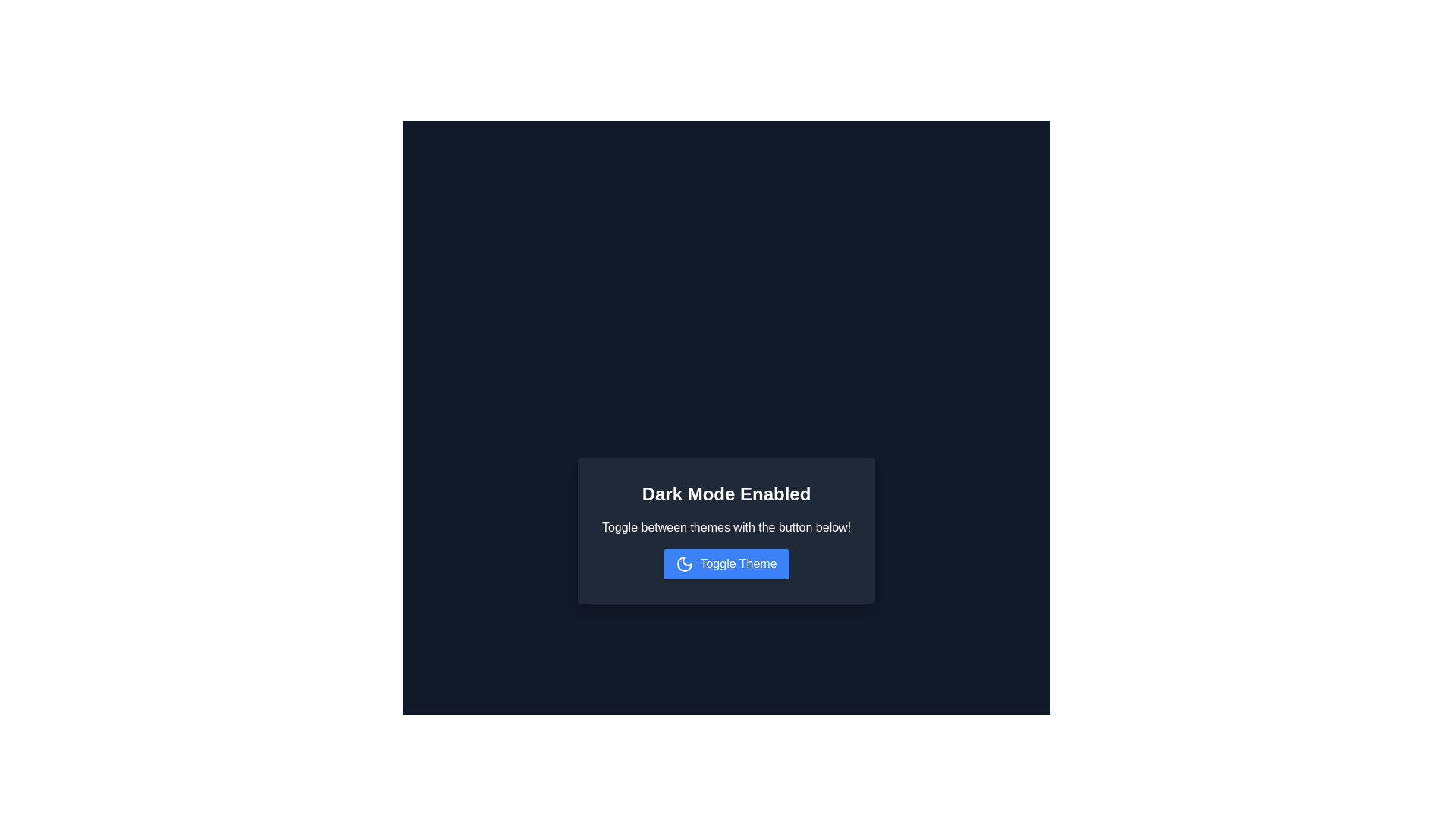 The width and height of the screenshot is (1456, 819). What do you see at coordinates (726, 526) in the screenshot?
I see `the instructive text guiding users to toggle themes, located below the heading 'Dark Mode Enabled' and above the 'Toggle Theme' button` at bounding box center [726, 526].